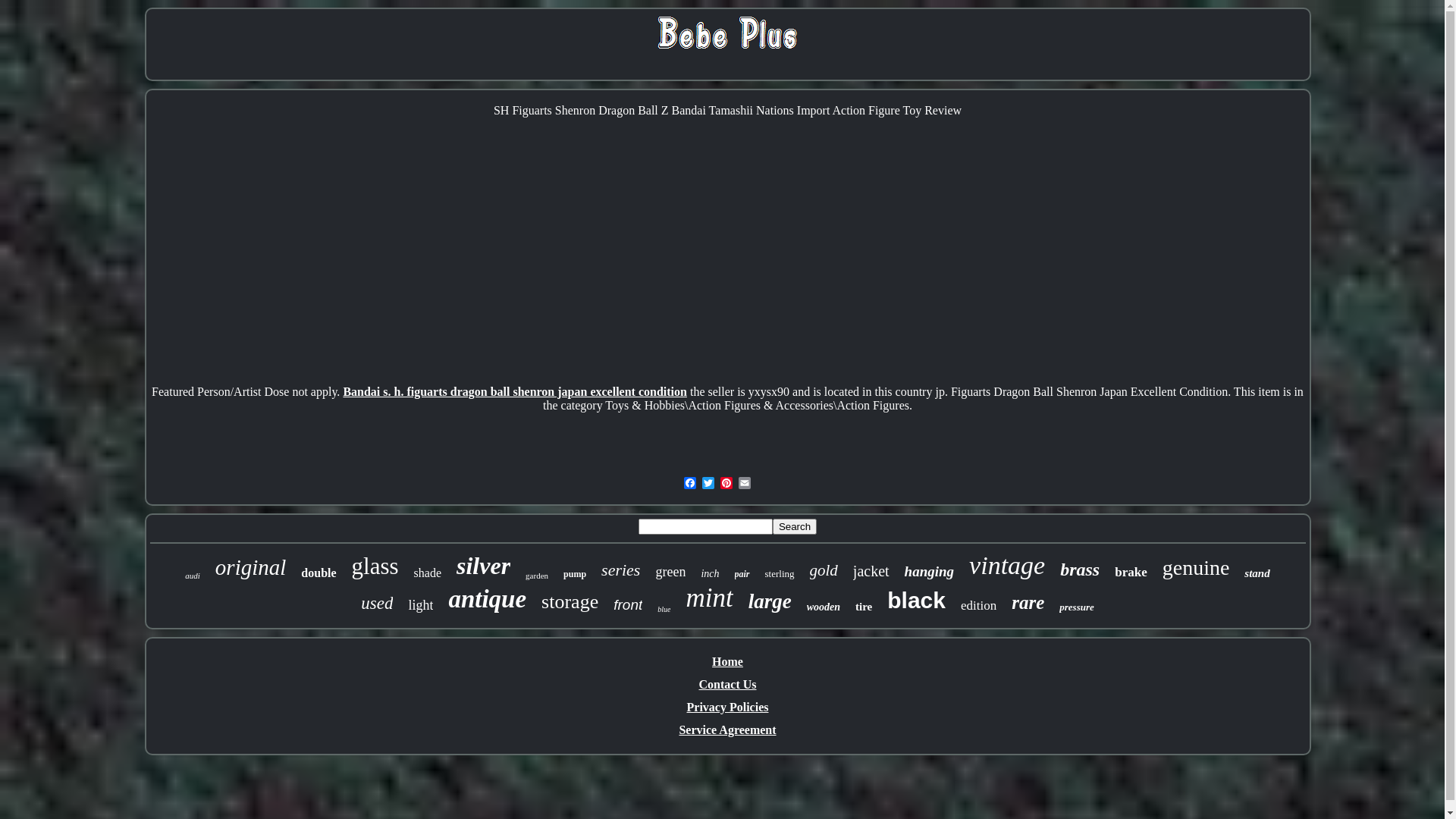 This screenshot has height=819, width=1456. Describe the element at coordinates (375, 566) in the screenshot. I see `'glass'` at that location.